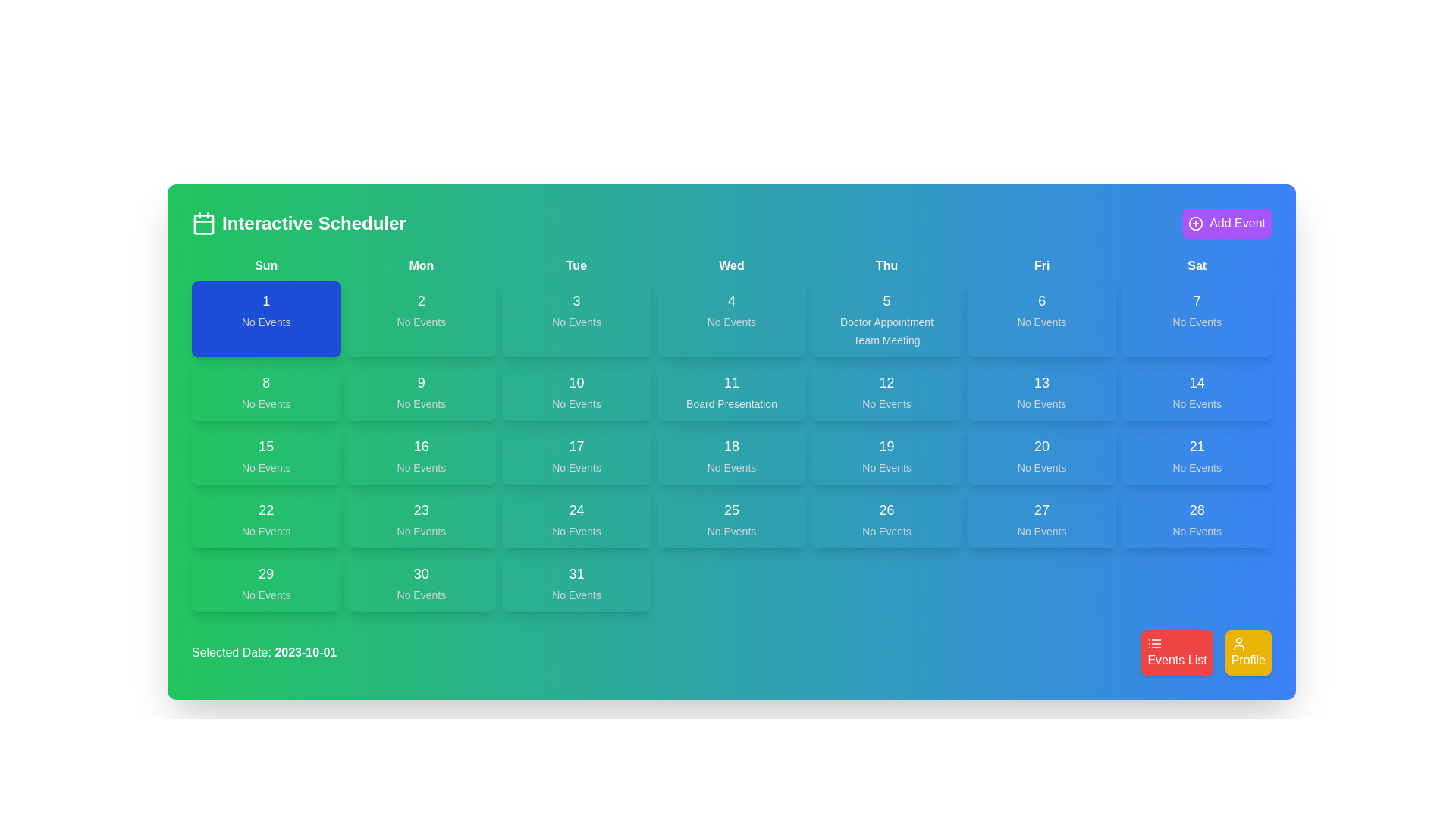 The height and width of the screenshot is (819, 1456). What do you see at coordinates (886, 446) in the screenshot?
I see `the static label displaying the text '19' in a prominent white font, which is positioned in the Thursday column of the weekly calendar grid` at bounding box center [886, 446].